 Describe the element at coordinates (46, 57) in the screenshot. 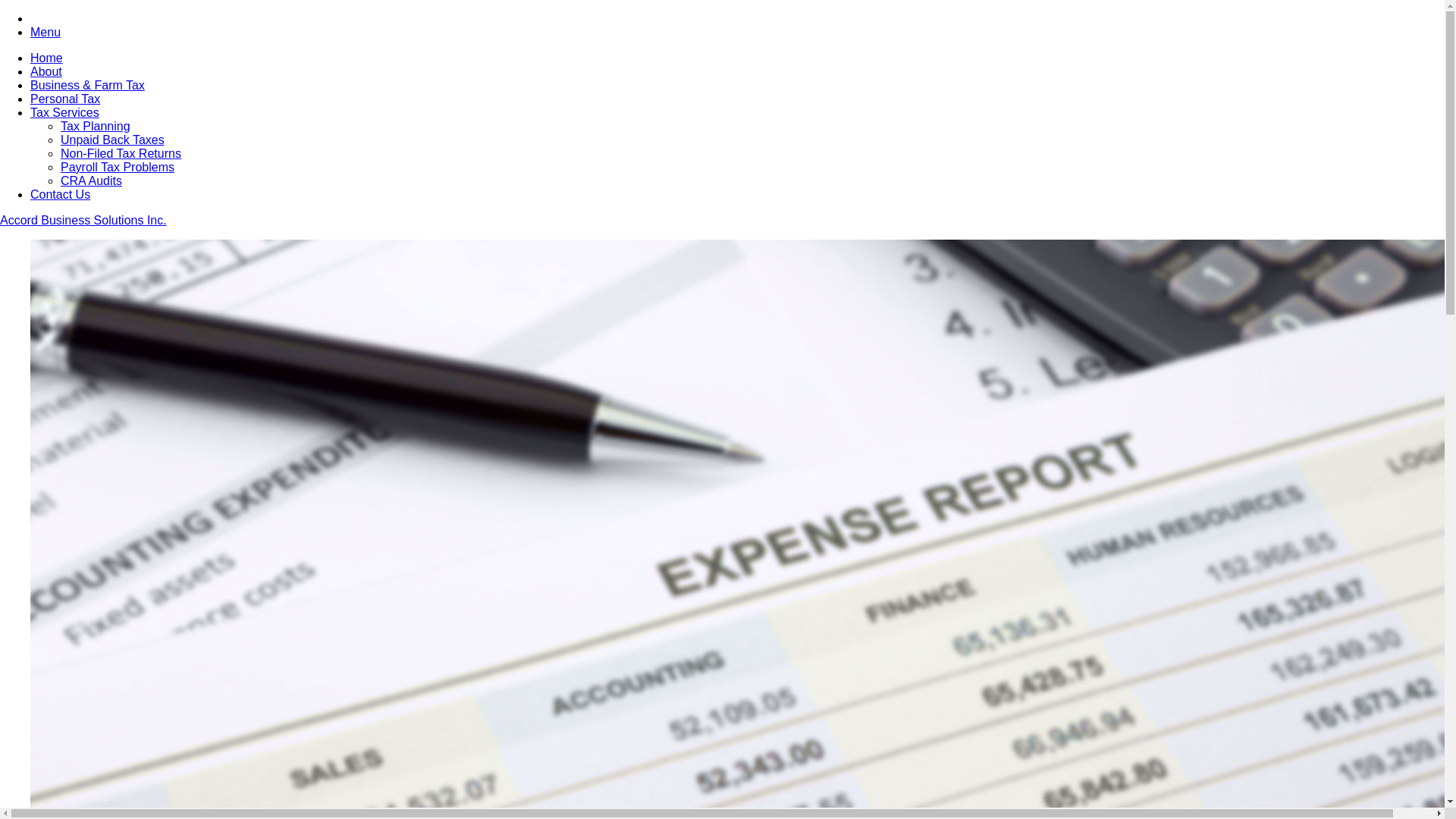

I see `'Home'` at that location.